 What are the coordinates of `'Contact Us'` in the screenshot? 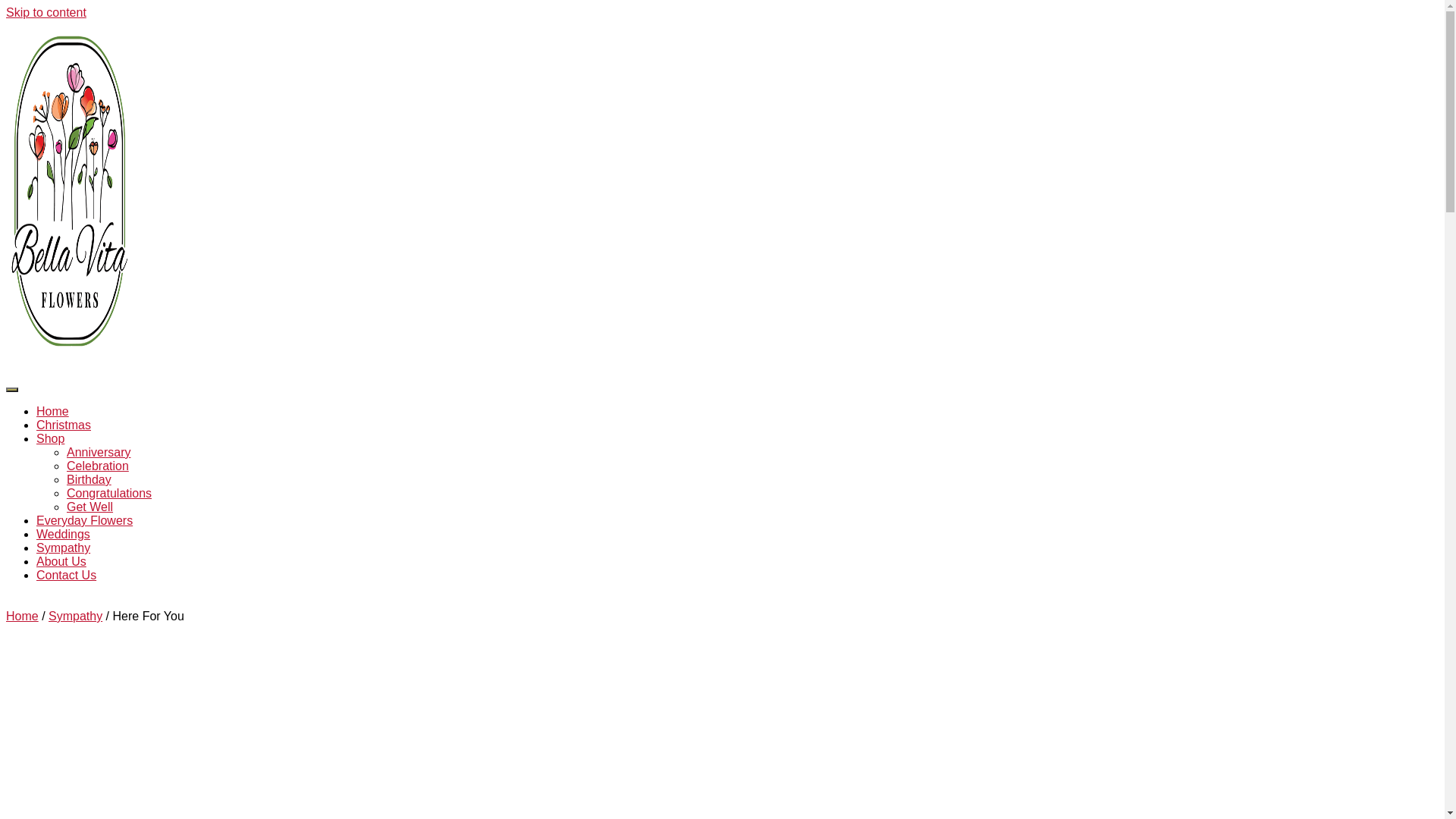 It's located at (65, 575).